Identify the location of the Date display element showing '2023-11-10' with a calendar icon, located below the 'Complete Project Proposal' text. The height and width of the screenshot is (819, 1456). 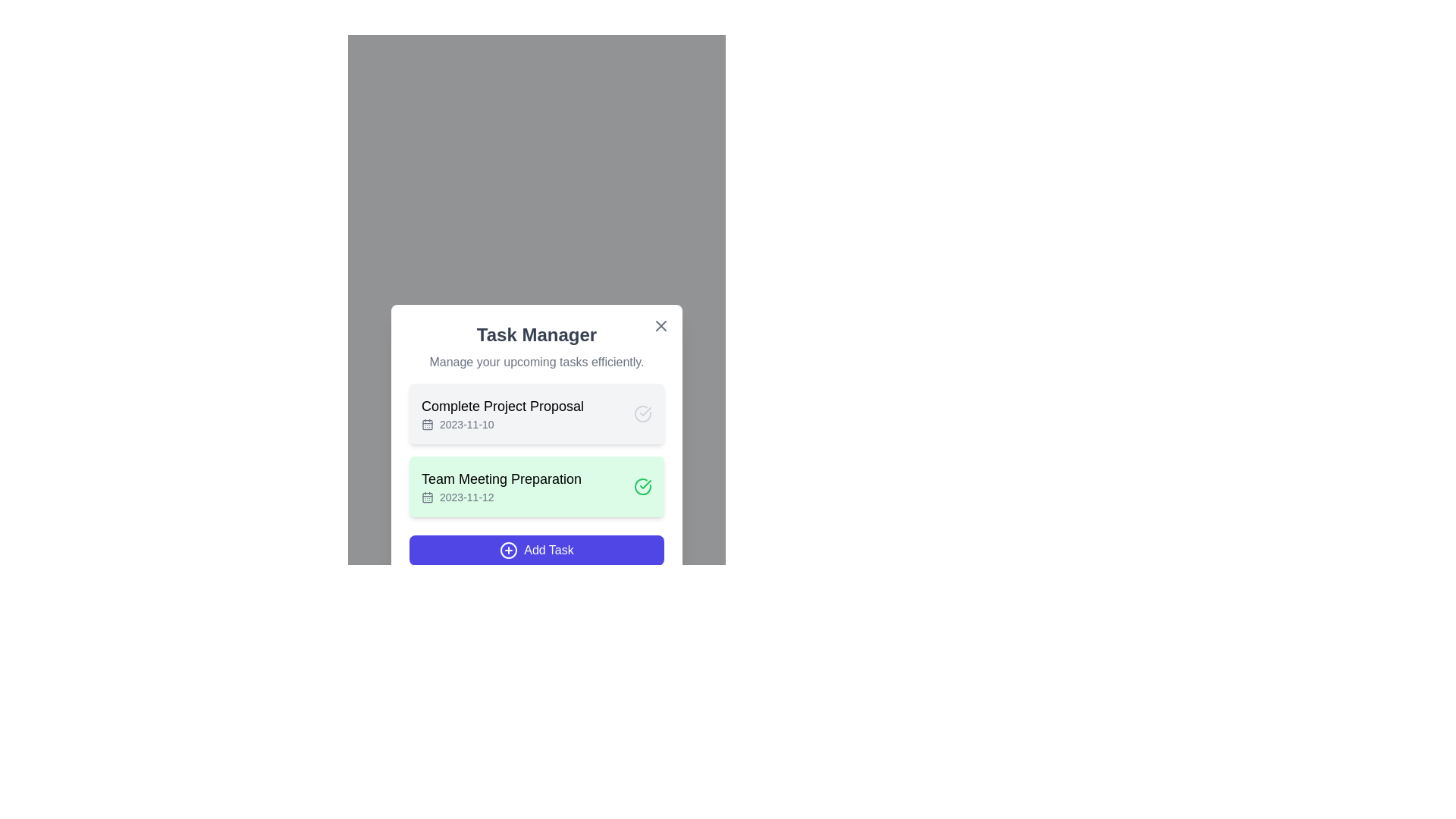
(502, 424).